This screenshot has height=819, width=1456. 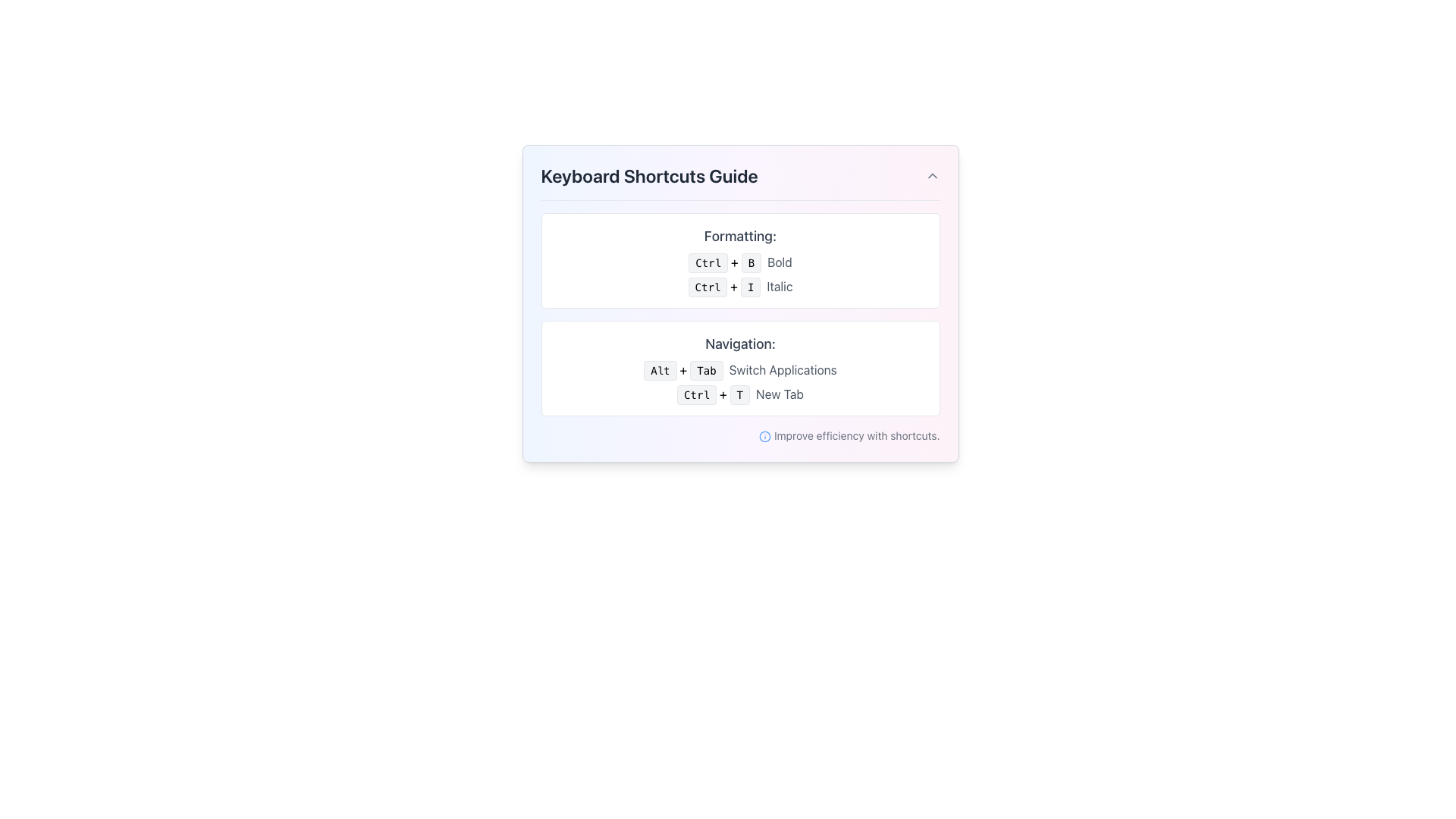 What do you see at coordinates (764, 437) in the screenshot?
I see `the central circle of the informational icon located in the top-right section of the interface` at bounding box center [764, 437].